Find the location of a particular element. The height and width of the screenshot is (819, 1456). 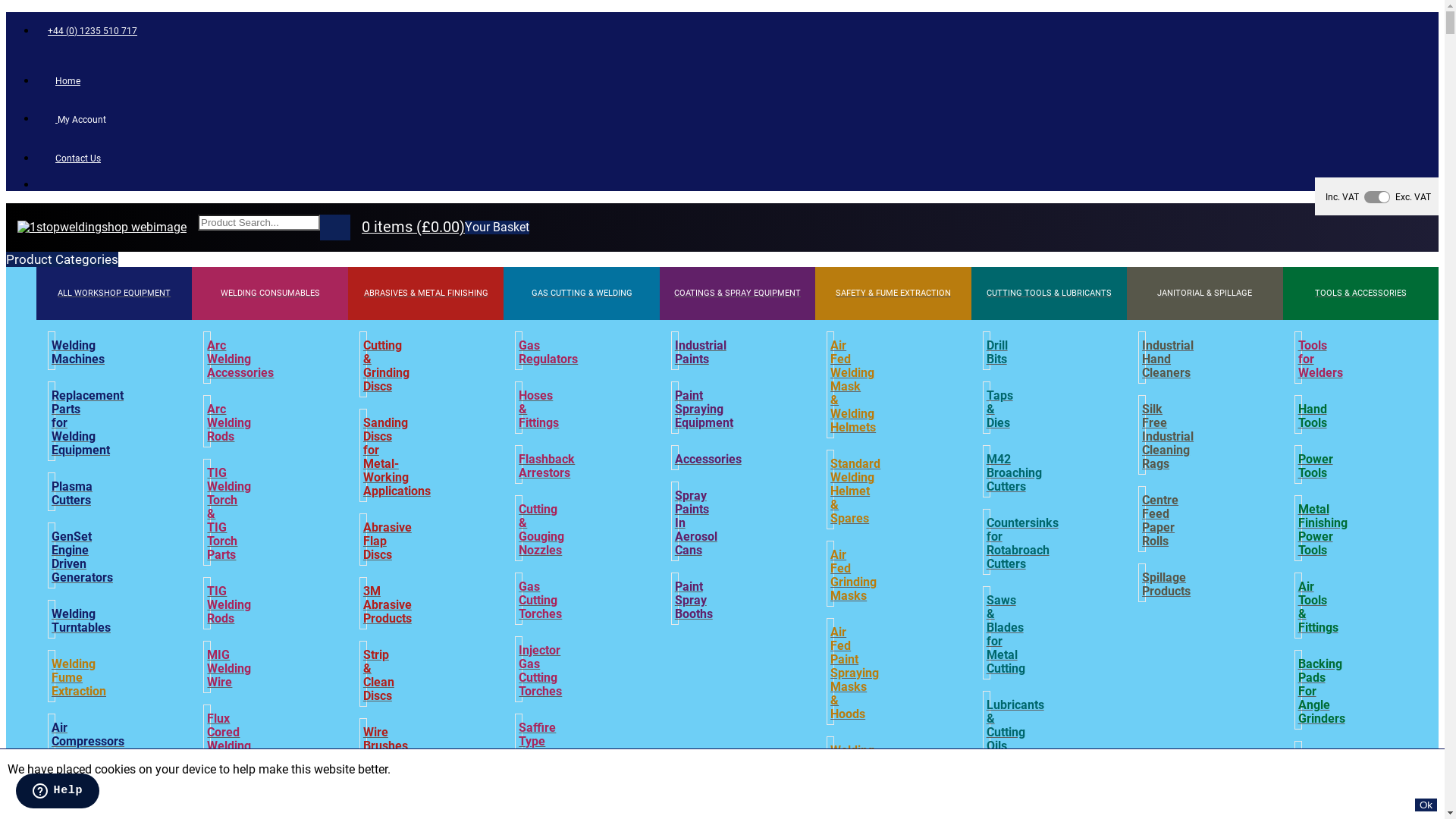

'Strip & Clean Discs' is located at coordinates (378, 675).